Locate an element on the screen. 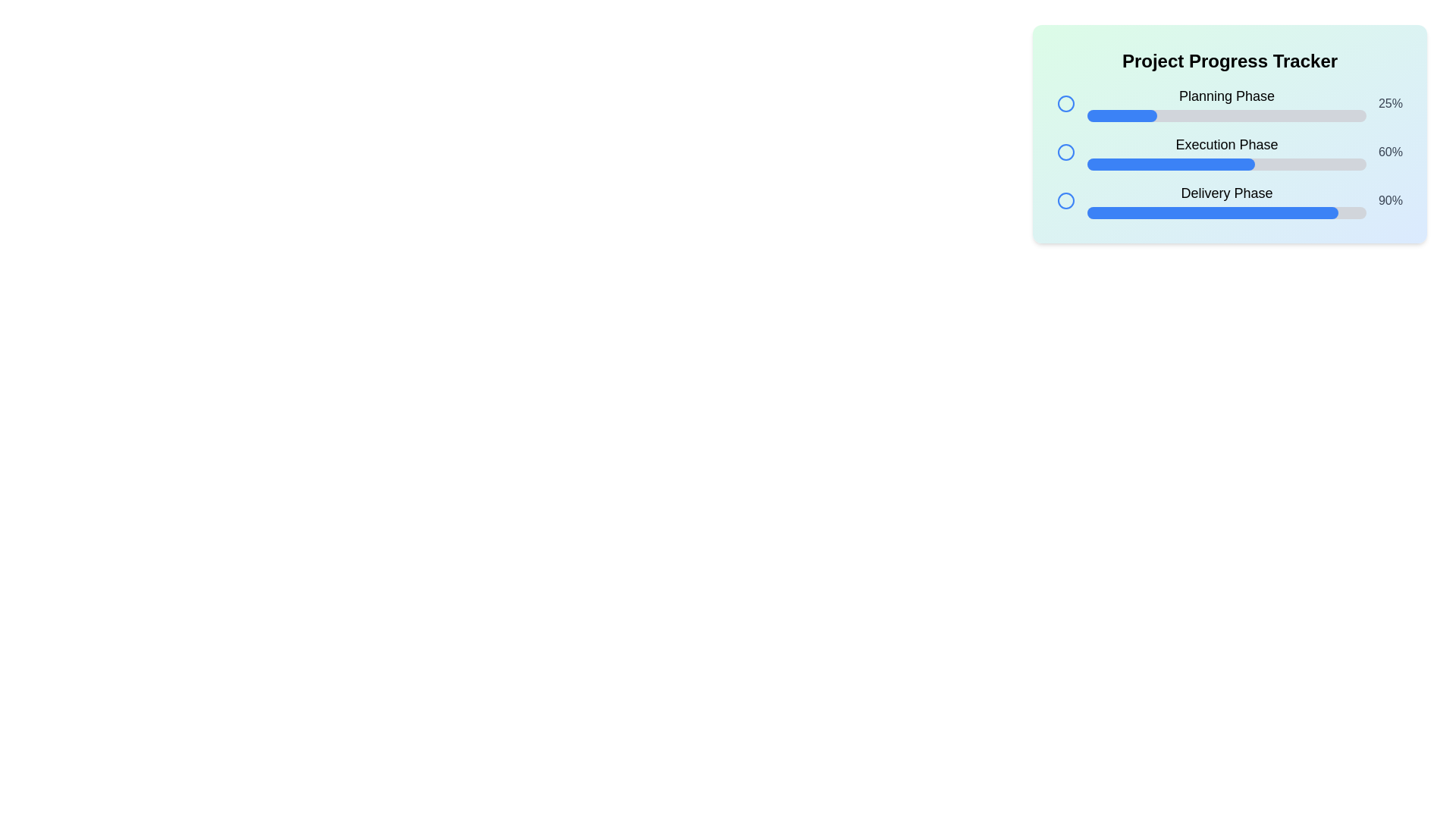 Image resolution: width=1456 pixels, height=819 pixels. the 'Delivery Phase' progress bar, which visually represents the progress with a percentage ('90%') is located at coordinates (1226, 200).